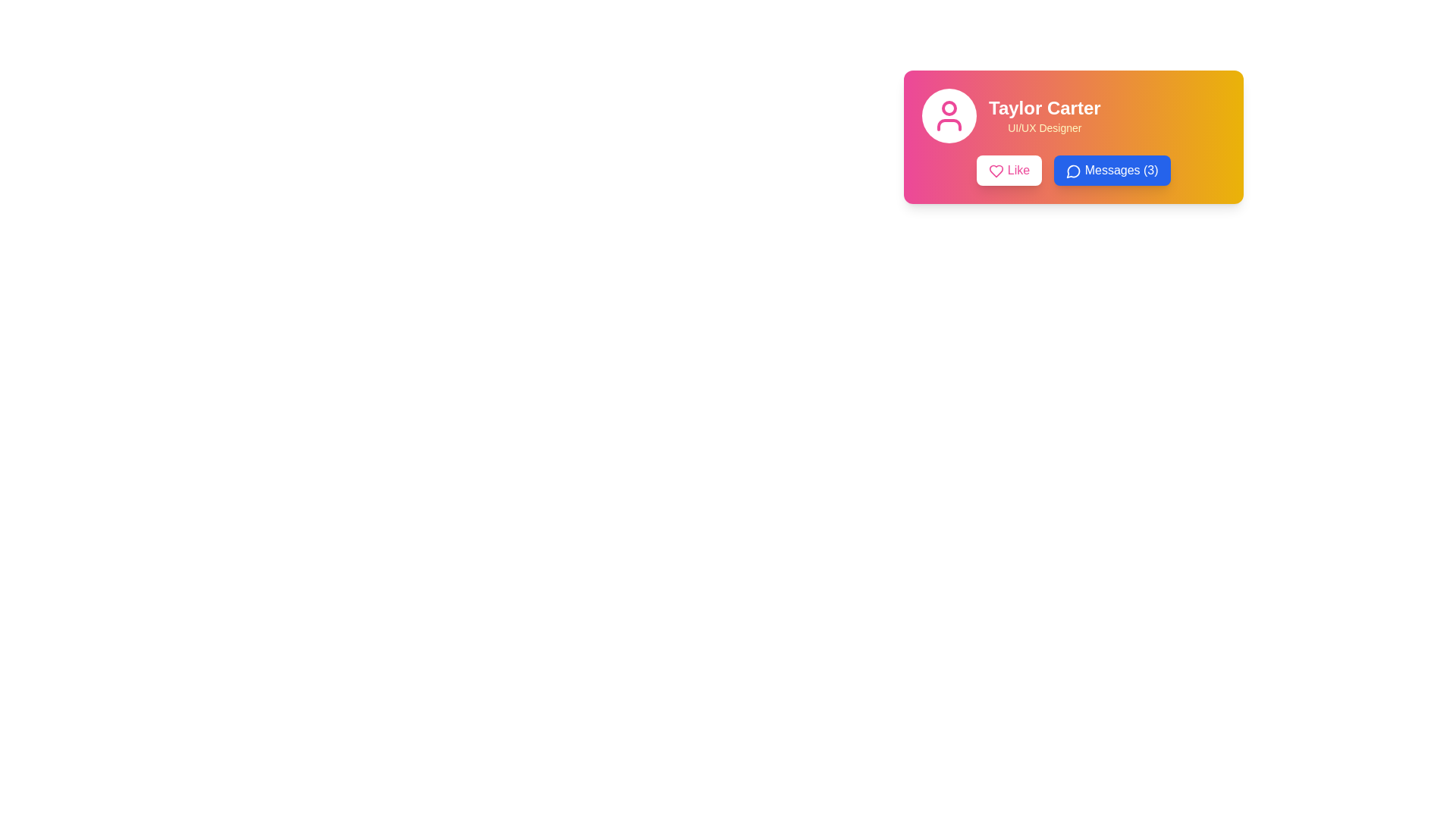 The image size is (1456, 819). Describe the element at coordinates (996, 171) in the screenshot. I see `the heart icon within the 'Like' button on the left side of the button group located on a vibrant yellow-pink gradient card towards the top-right of the interface` at that location.